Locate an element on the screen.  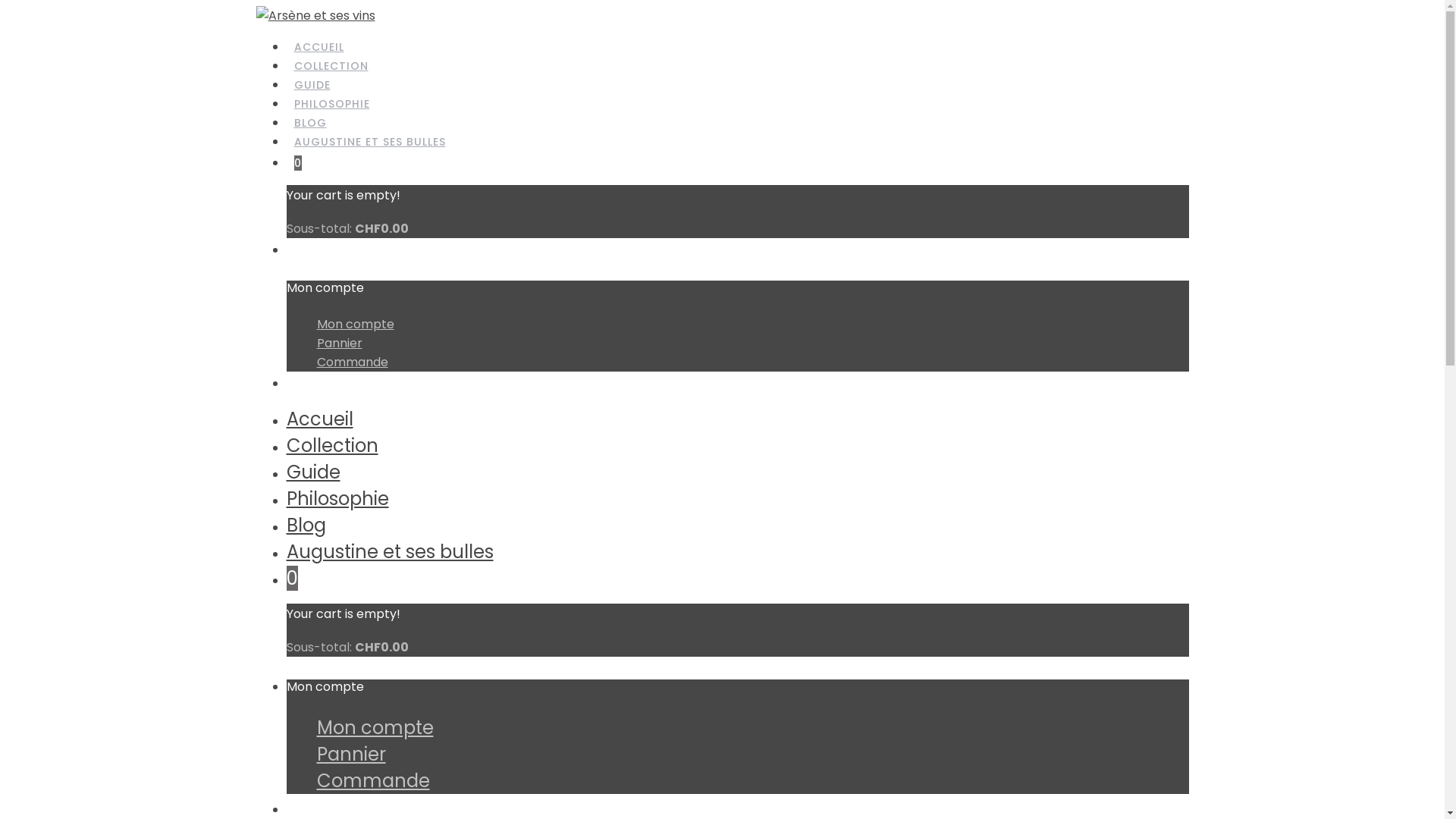
'Pannier' is located at coordinates (315, 343).